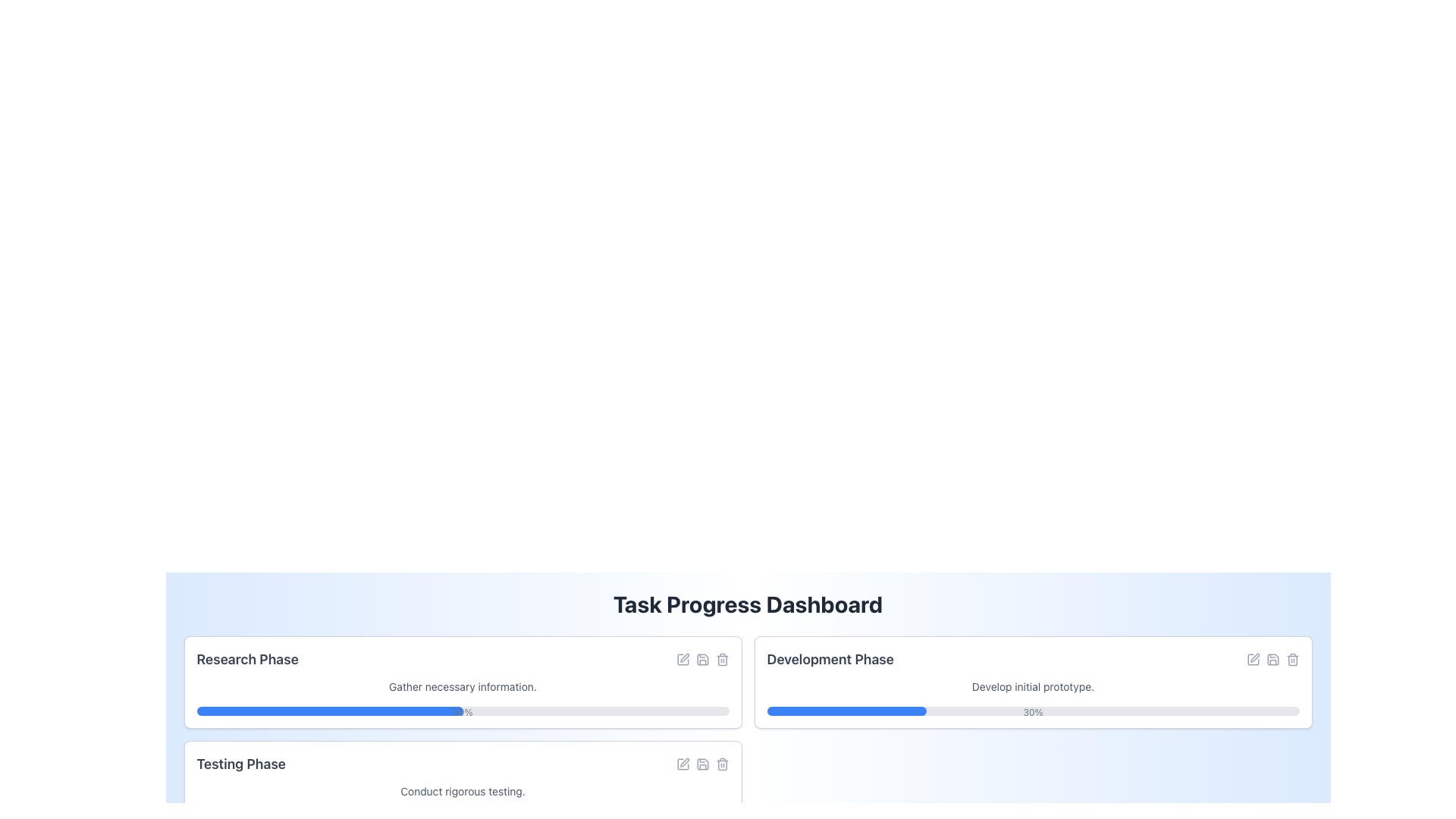 The image size is (1456, 819). I want to click on the 'Research Phase' text label in the Task Progress Dashboard, which is styled in bold dark gray and located at the top-left of its card, so click(247, 659).